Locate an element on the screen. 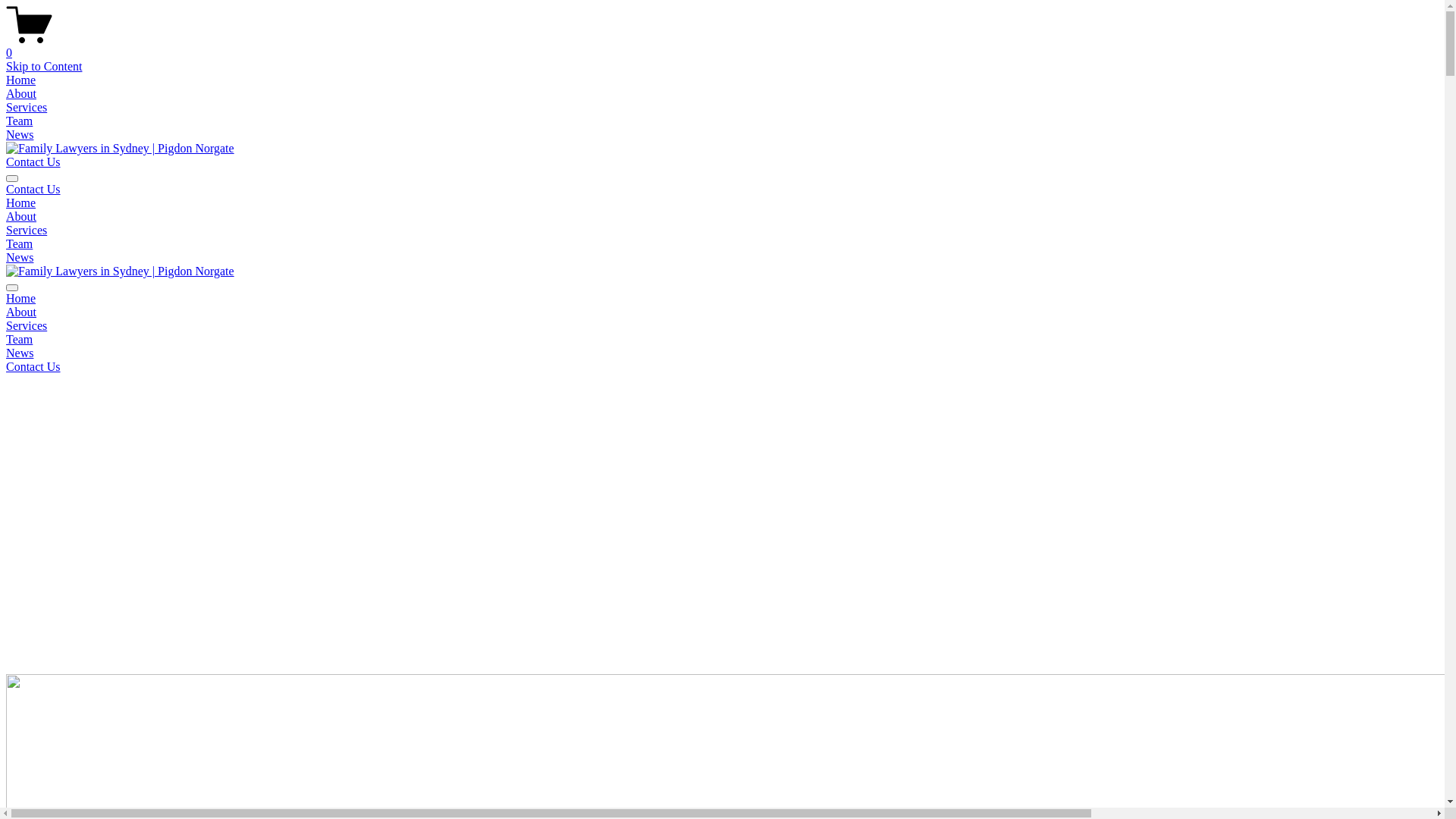  'Services' is located at coordinates (26, 106).